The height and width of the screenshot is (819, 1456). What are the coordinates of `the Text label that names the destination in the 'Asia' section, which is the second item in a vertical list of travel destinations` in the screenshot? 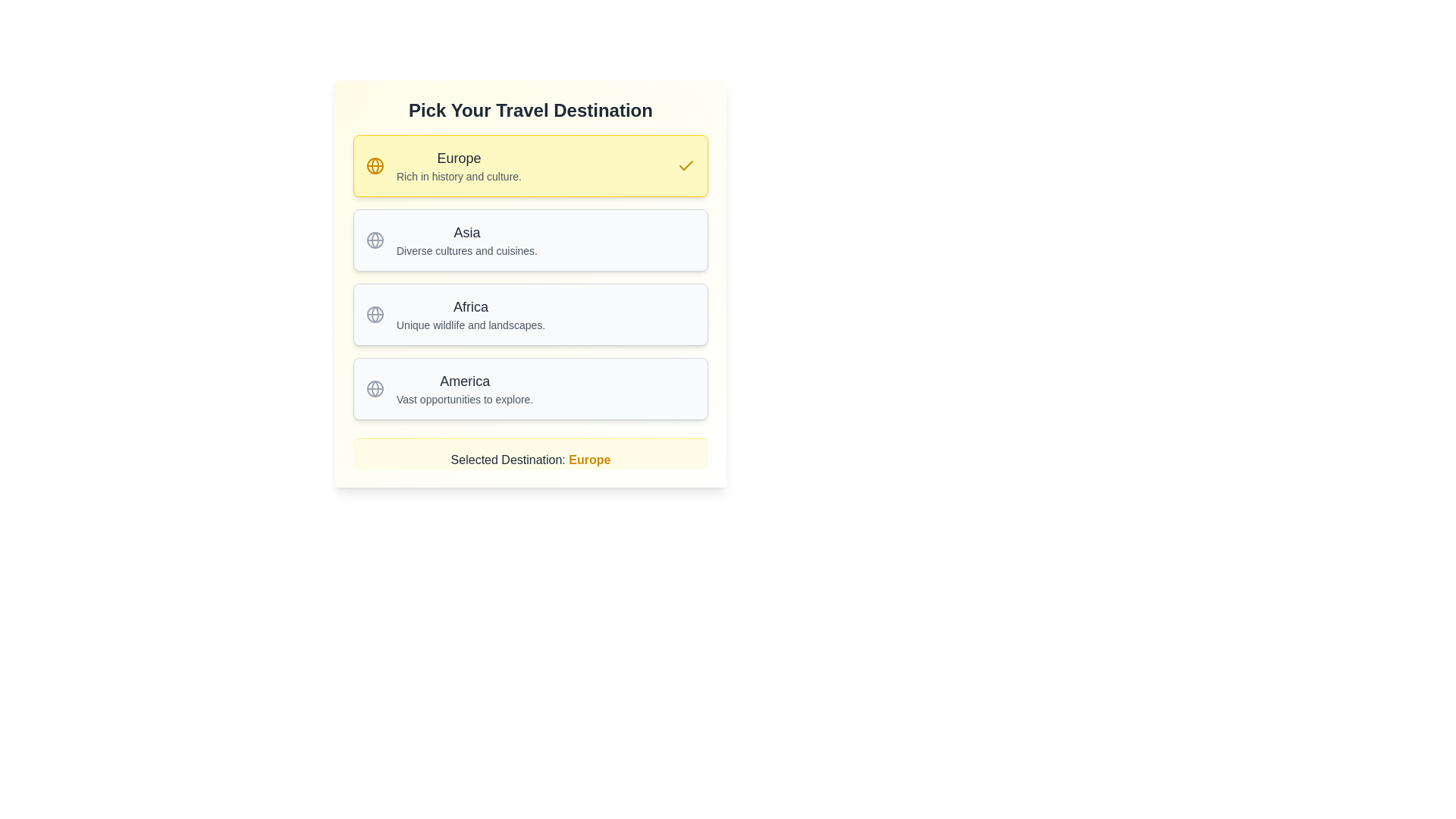 It's located at (466, 233).